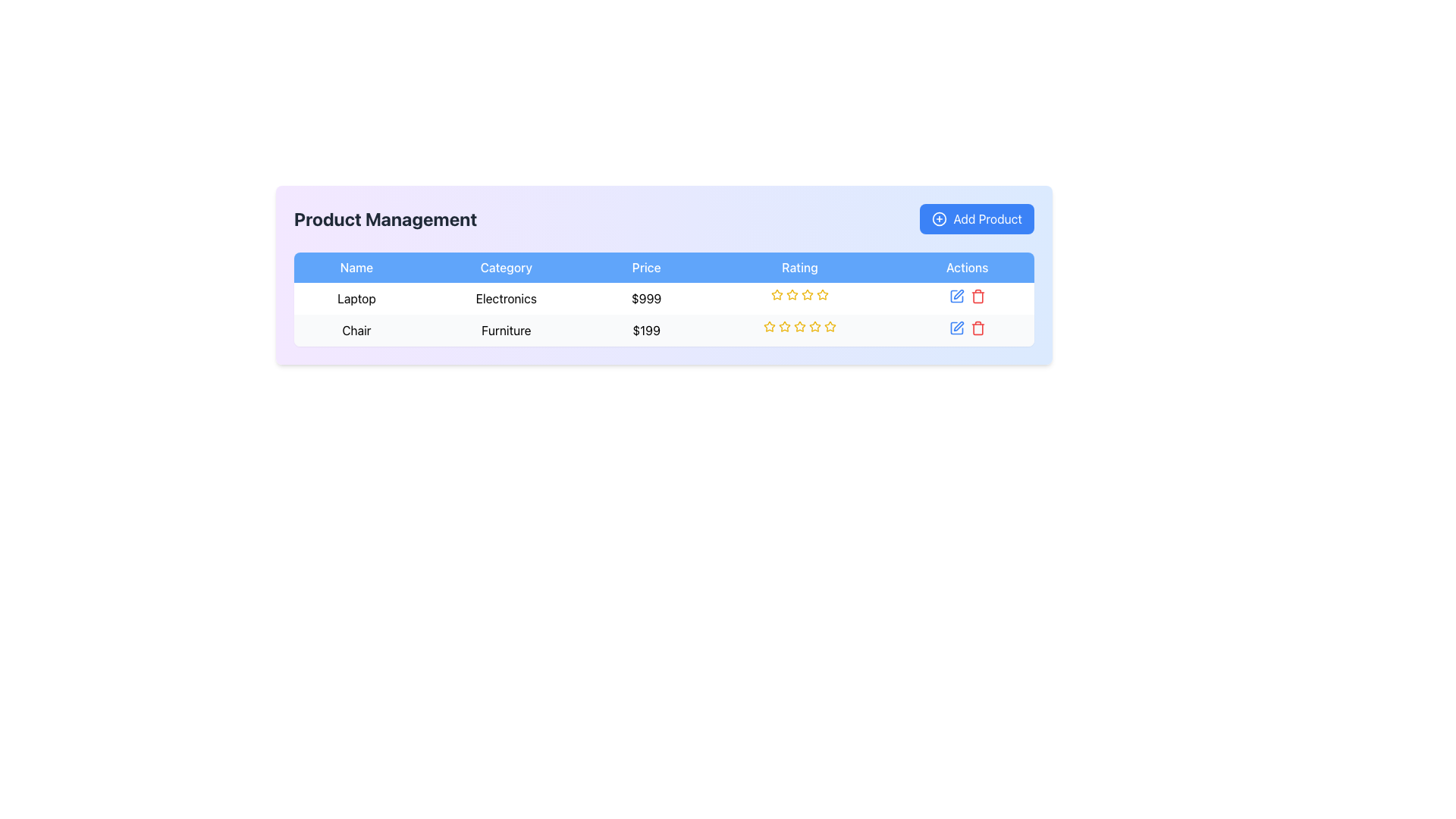  Describe the element at coordinates (814, 325) in the screenshot. I see `the fourth star in the rating column of the second row in the table to rate the product` at that location.